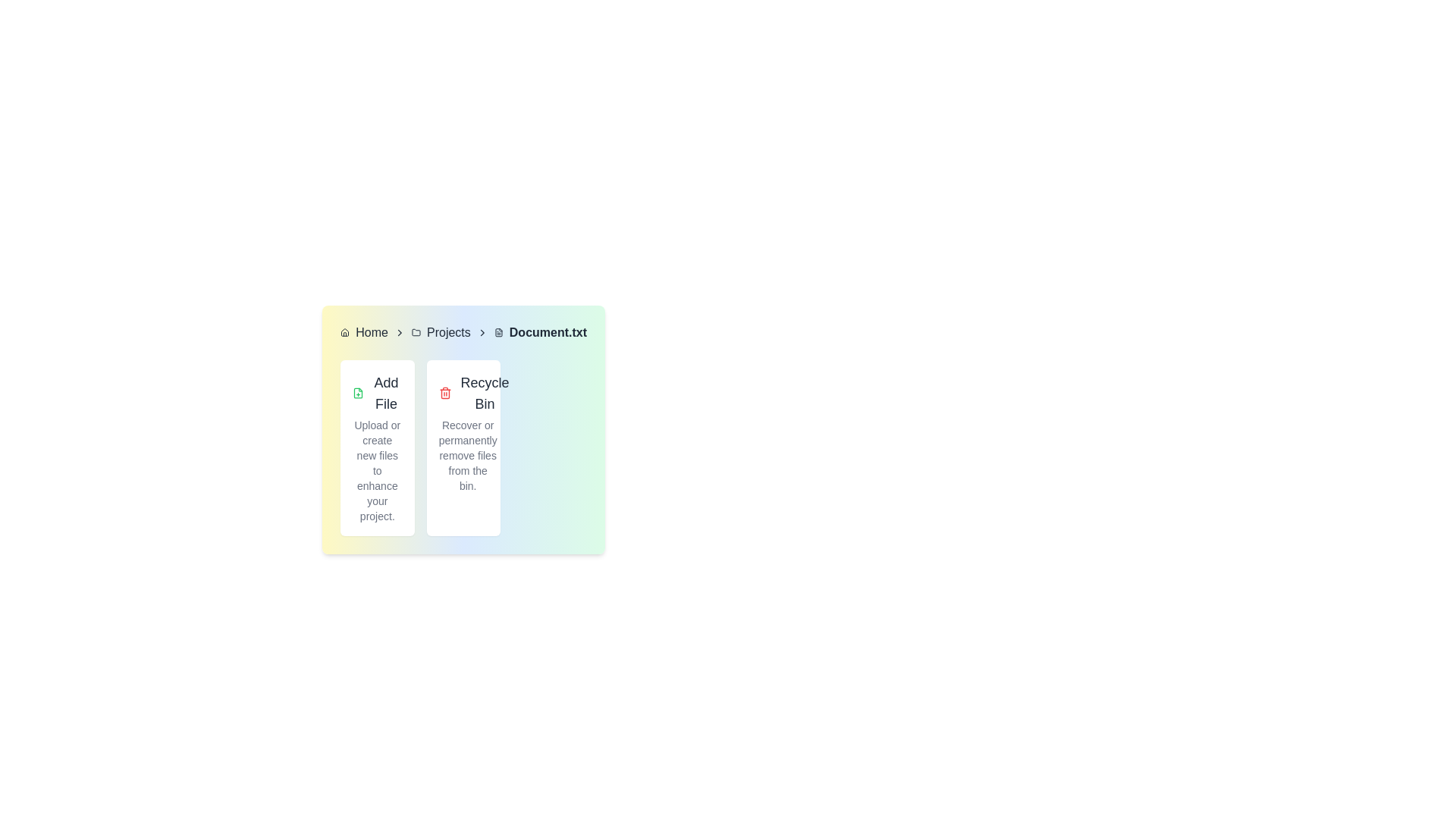  Describe the element at coordinates (372, 332) in the screenshot. I see `the 'Home' navigational link in the breadcrumb navigation bar to redirect to the homepage` at that location.